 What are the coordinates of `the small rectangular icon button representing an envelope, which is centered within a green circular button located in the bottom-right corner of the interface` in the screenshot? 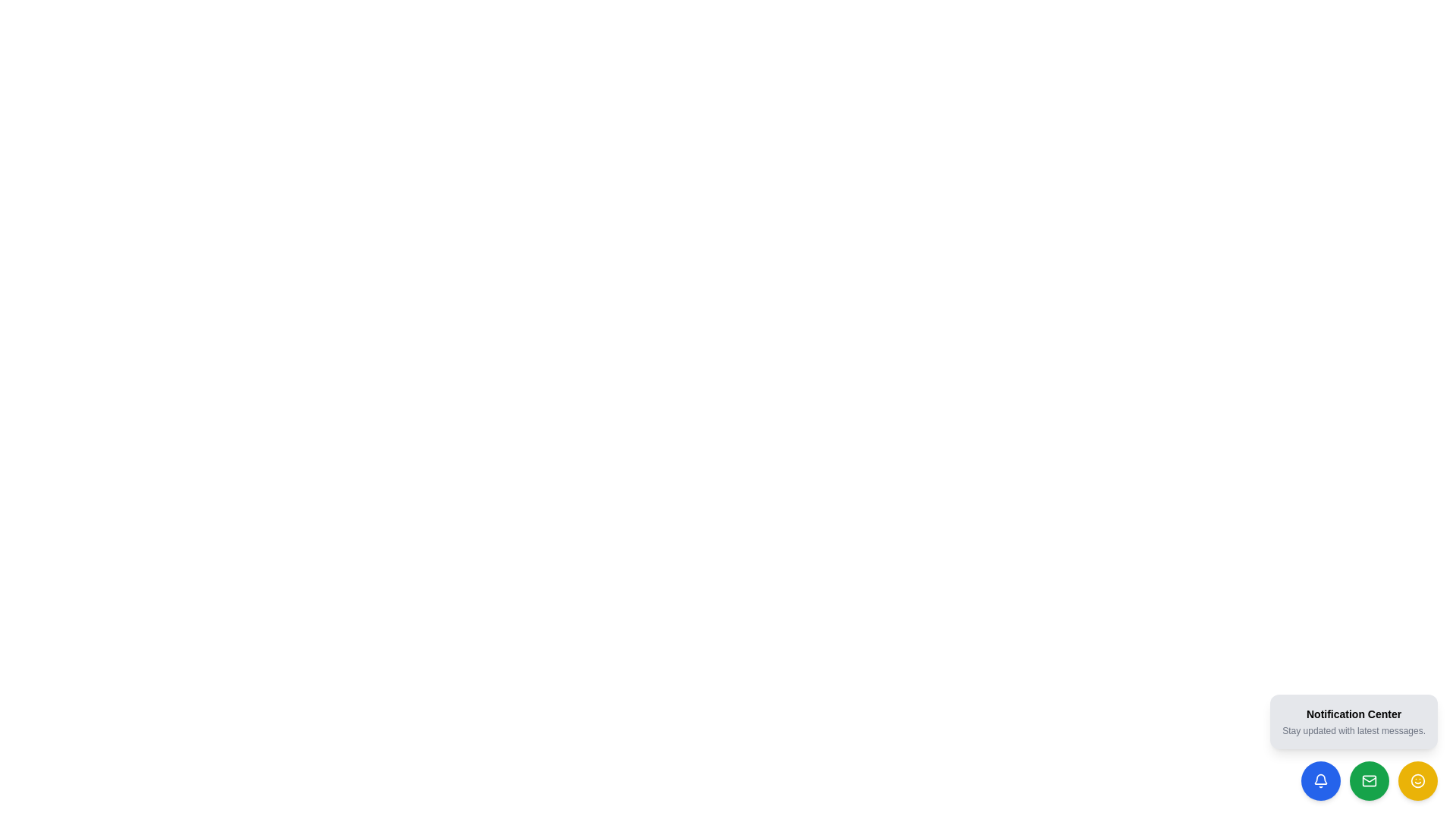 It's located at (1369, 780).